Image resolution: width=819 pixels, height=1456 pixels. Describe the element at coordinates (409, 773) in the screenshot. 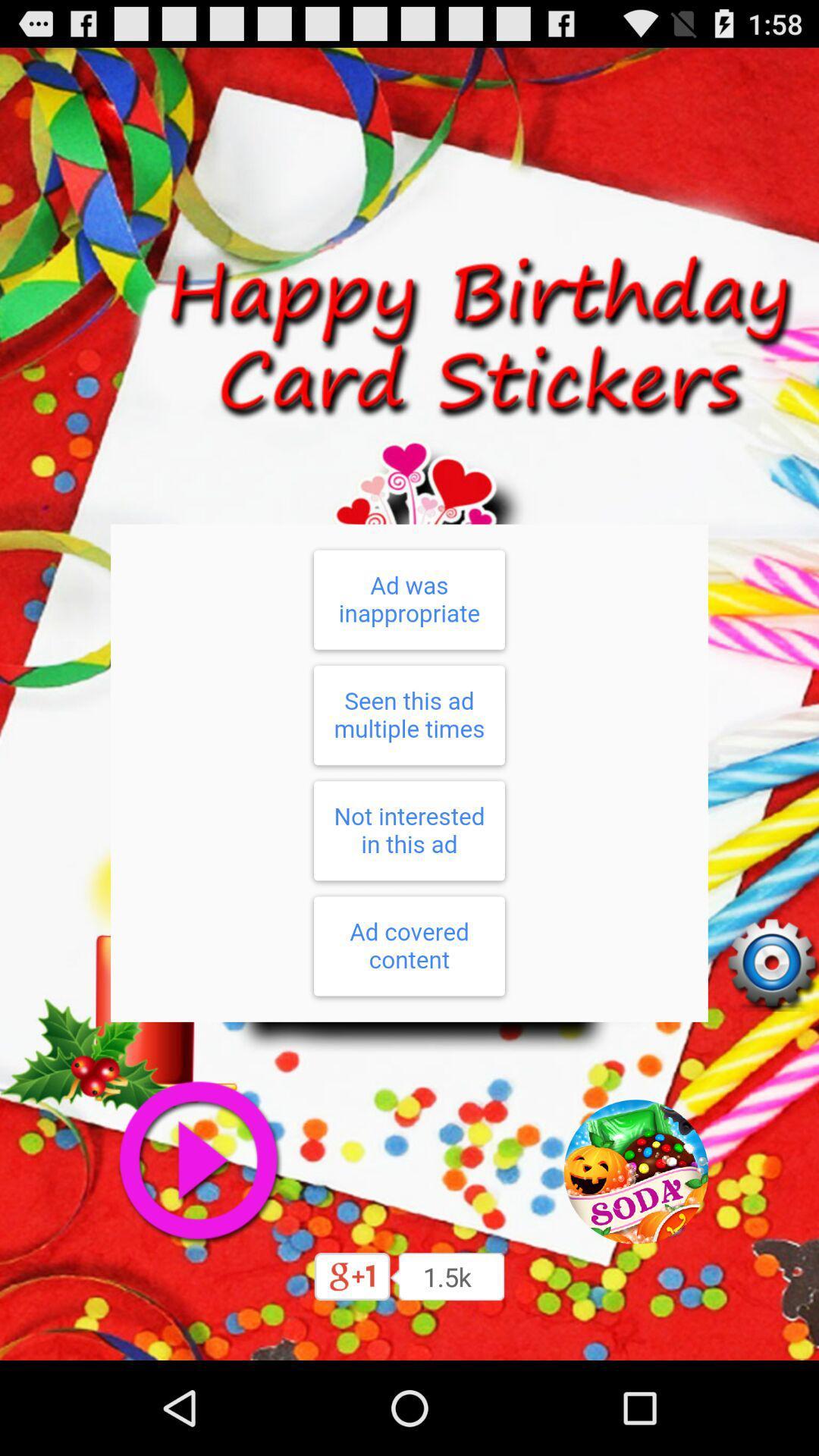

I see `give feedback for advertisement` at that location.